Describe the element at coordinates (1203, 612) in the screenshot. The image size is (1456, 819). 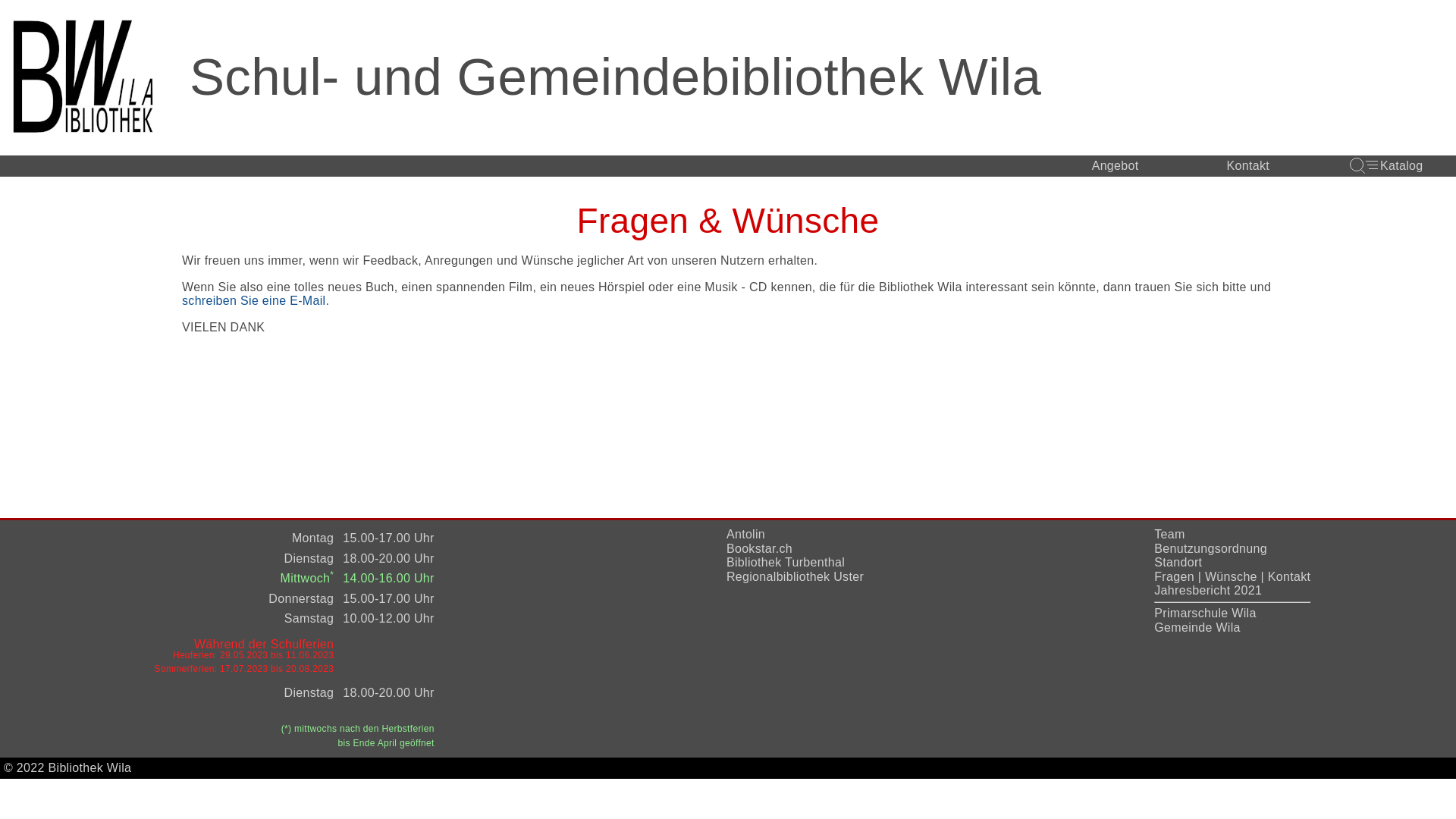
I see `'Primarschule Wila'` at that location.